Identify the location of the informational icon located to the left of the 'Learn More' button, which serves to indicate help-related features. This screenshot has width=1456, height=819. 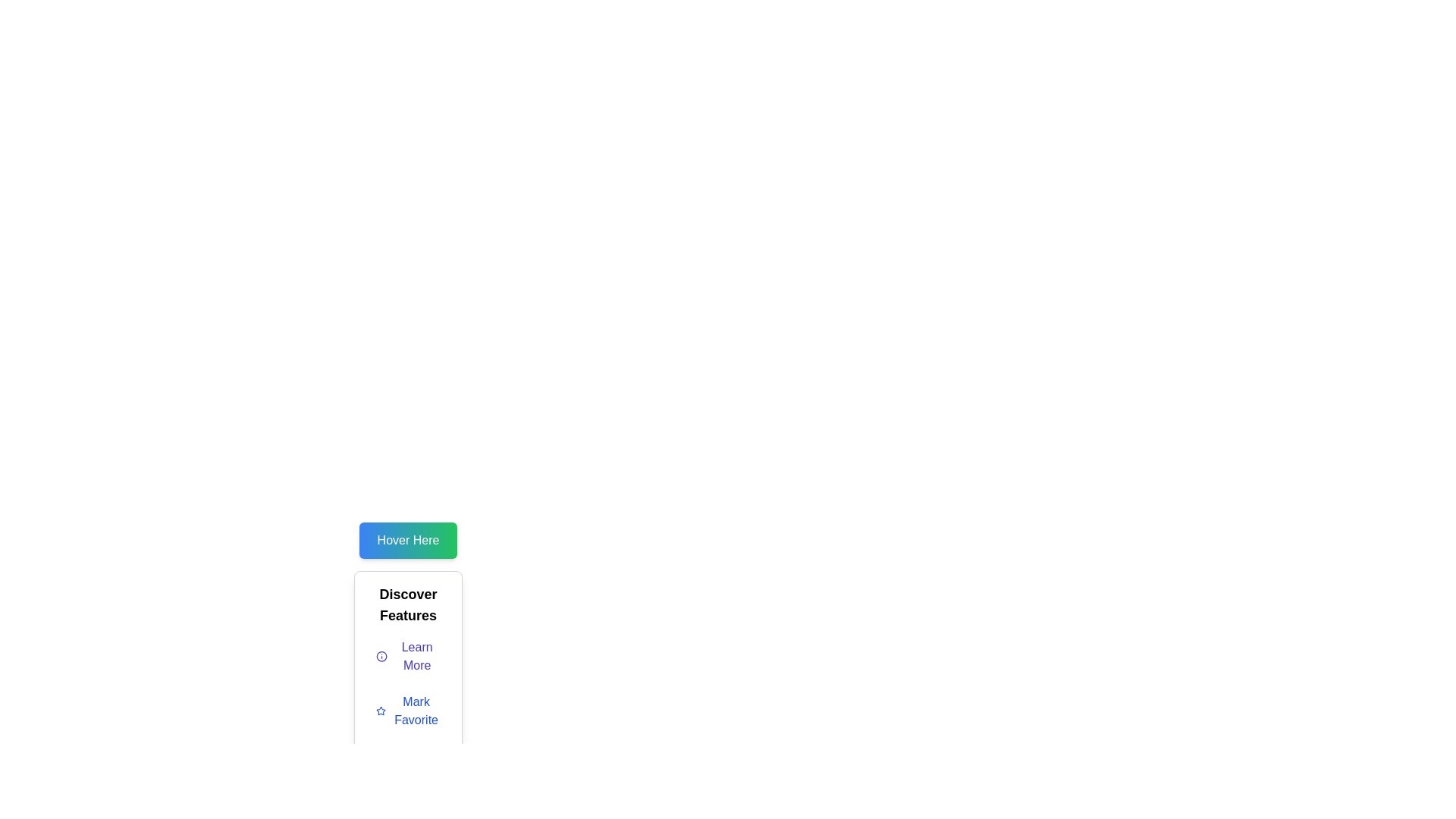
(381, 656).